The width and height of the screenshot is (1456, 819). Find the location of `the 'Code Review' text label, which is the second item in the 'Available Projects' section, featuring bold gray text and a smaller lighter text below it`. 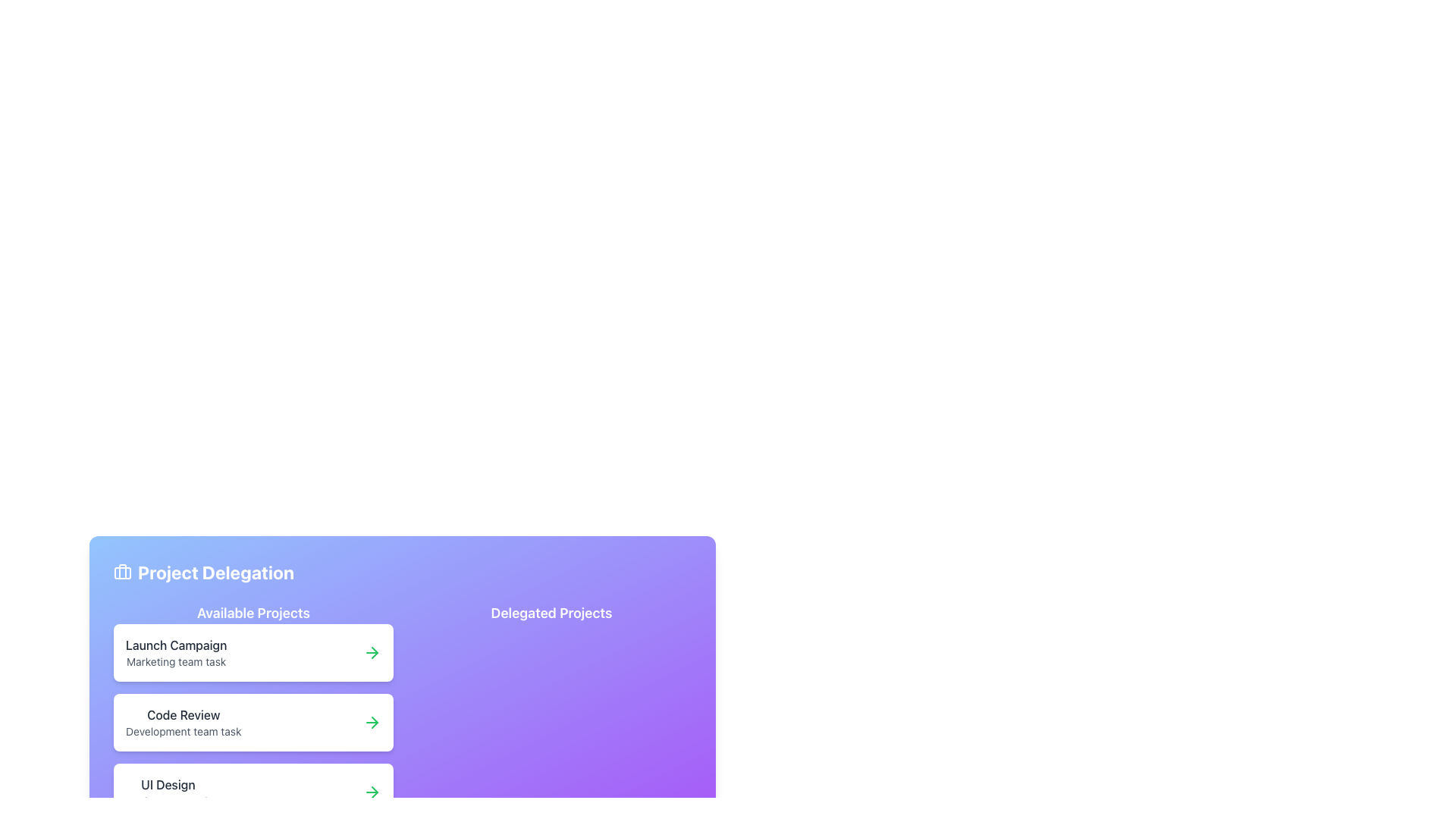

the 'Code Review' text label, which is the second item in the 'Available Projects' section, featuring bold gray text and a smaller lighter text below it is located at coordinates (183, 721).